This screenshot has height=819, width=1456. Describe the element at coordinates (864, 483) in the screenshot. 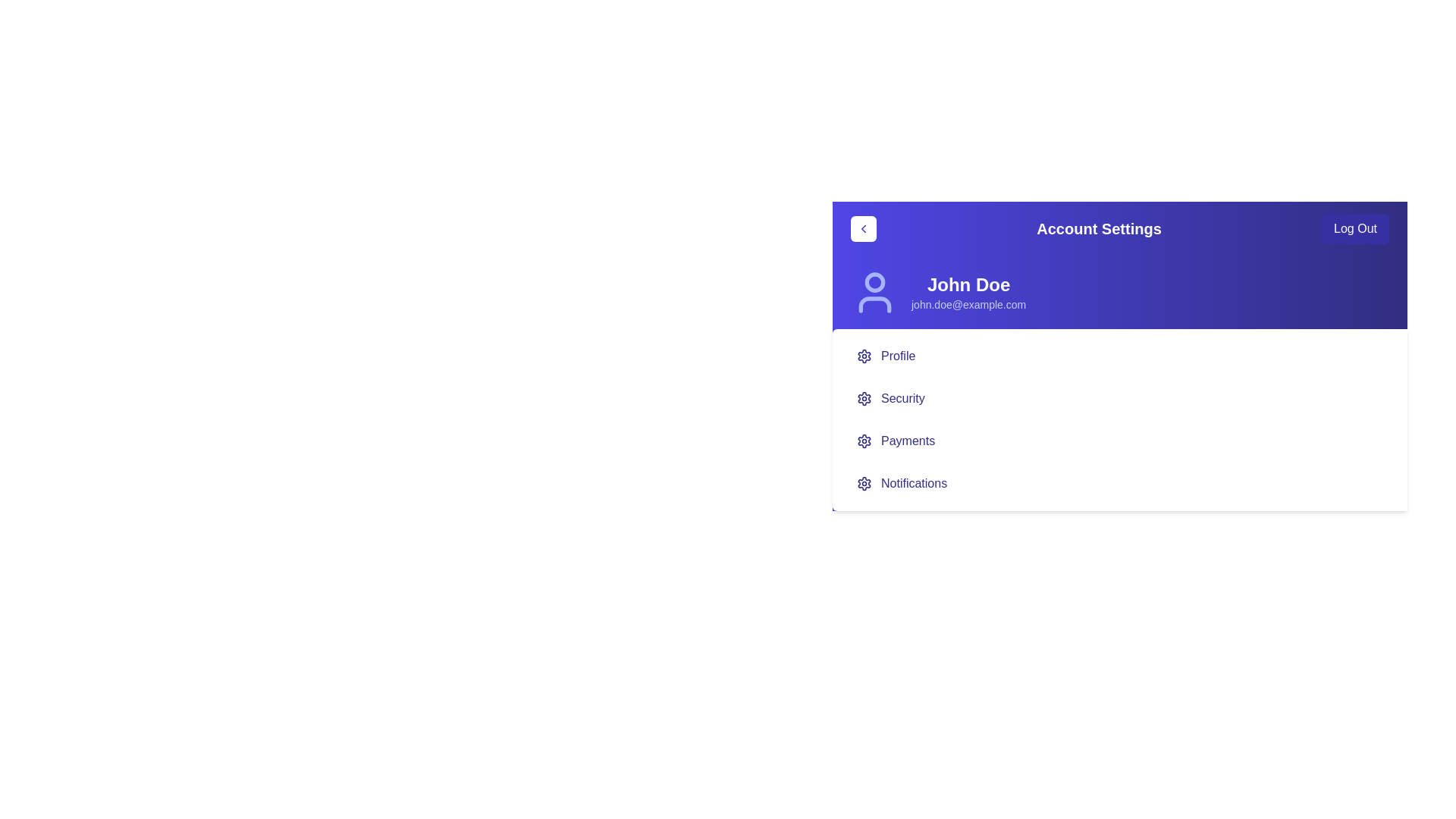

I see `the cogwheel icon located on the leftmost part of the 'Notifications' button in the Account Settings menu, which is the fourth button in the vertical list` at that location.